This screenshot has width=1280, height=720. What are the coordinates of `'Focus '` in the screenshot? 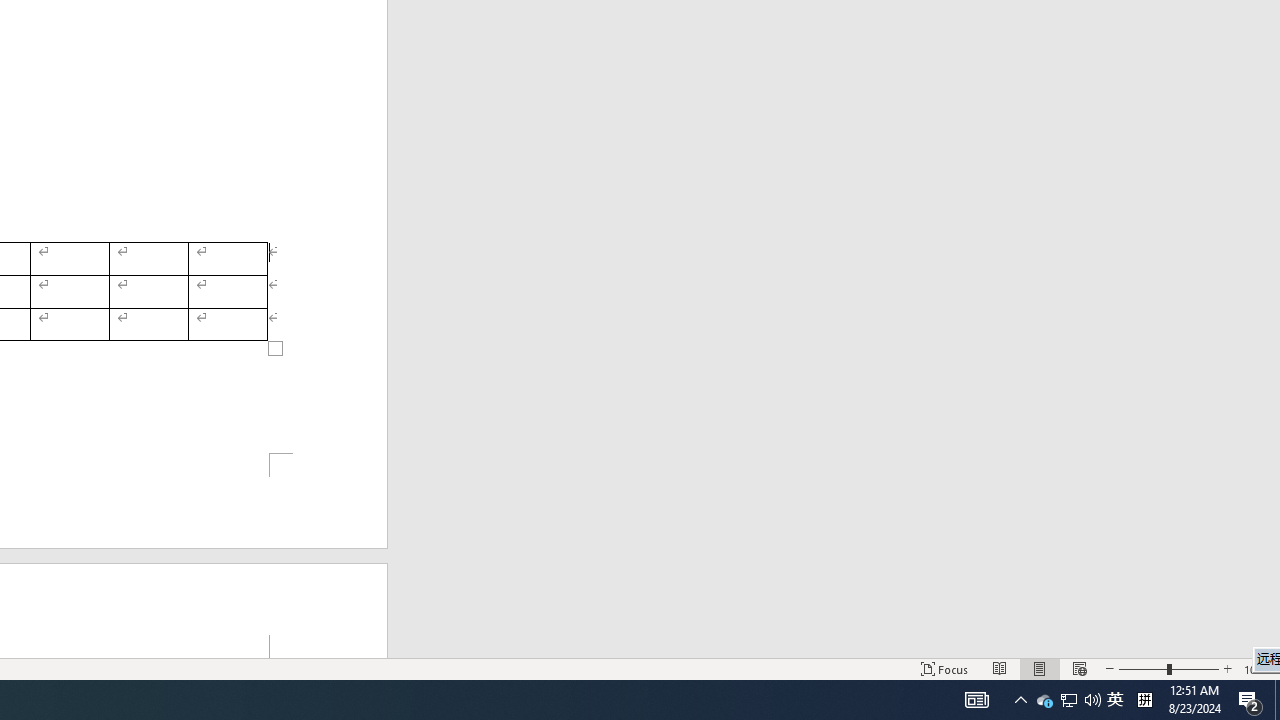 It's located at (943, 669).